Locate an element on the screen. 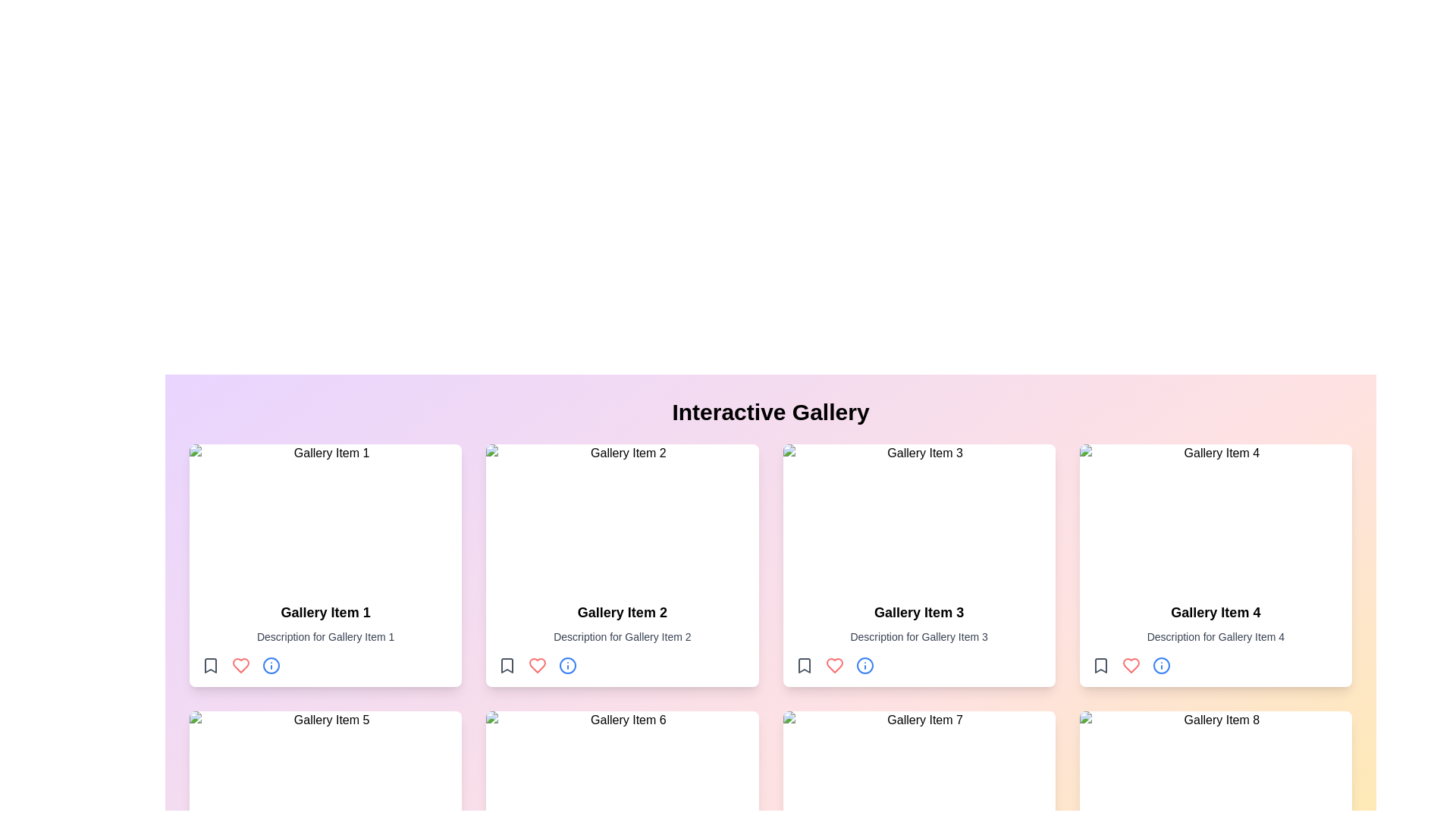  the text block titled 'Gallery Item 2' is located at coordinates (622, 638).